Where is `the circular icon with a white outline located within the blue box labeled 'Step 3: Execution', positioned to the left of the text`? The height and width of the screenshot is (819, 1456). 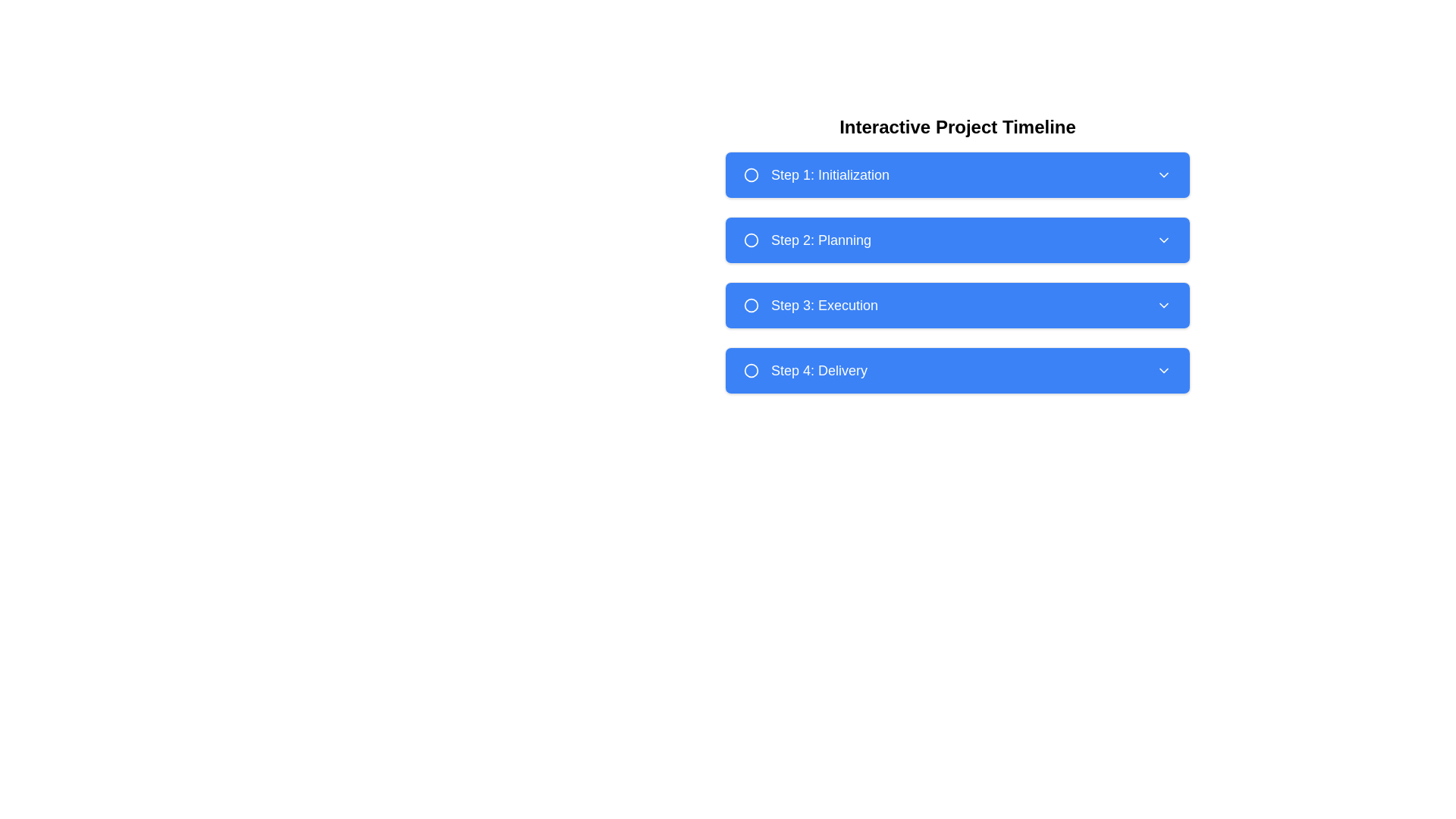 the circular icon with a white outline located within the blue box labeled 'Step 3: Execution', positioned to the left of the text is located at coordinates (751, 305).